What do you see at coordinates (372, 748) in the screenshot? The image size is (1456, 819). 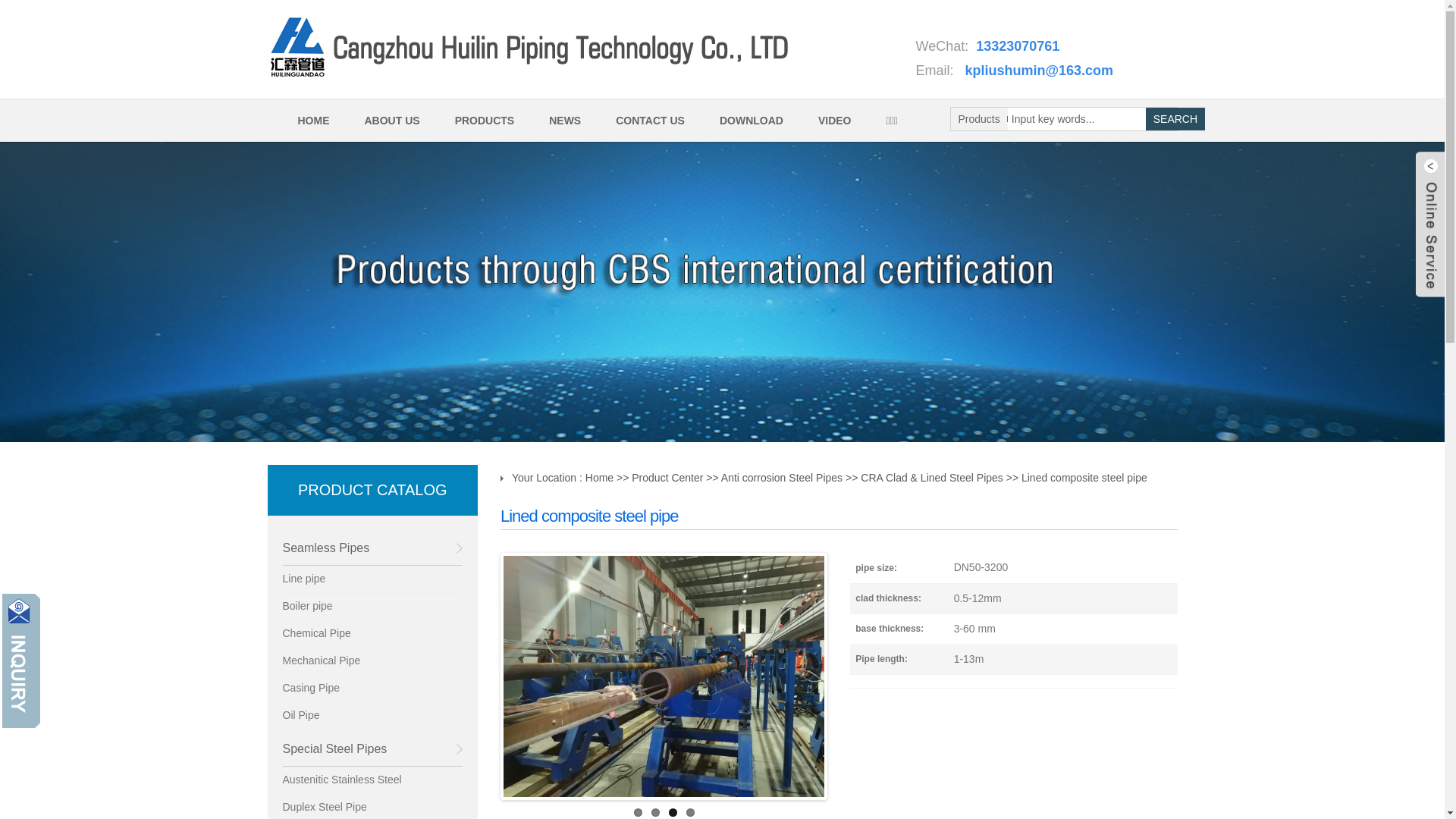 I see `'Special Steel Pipes'` at bounding box center [372, 748].